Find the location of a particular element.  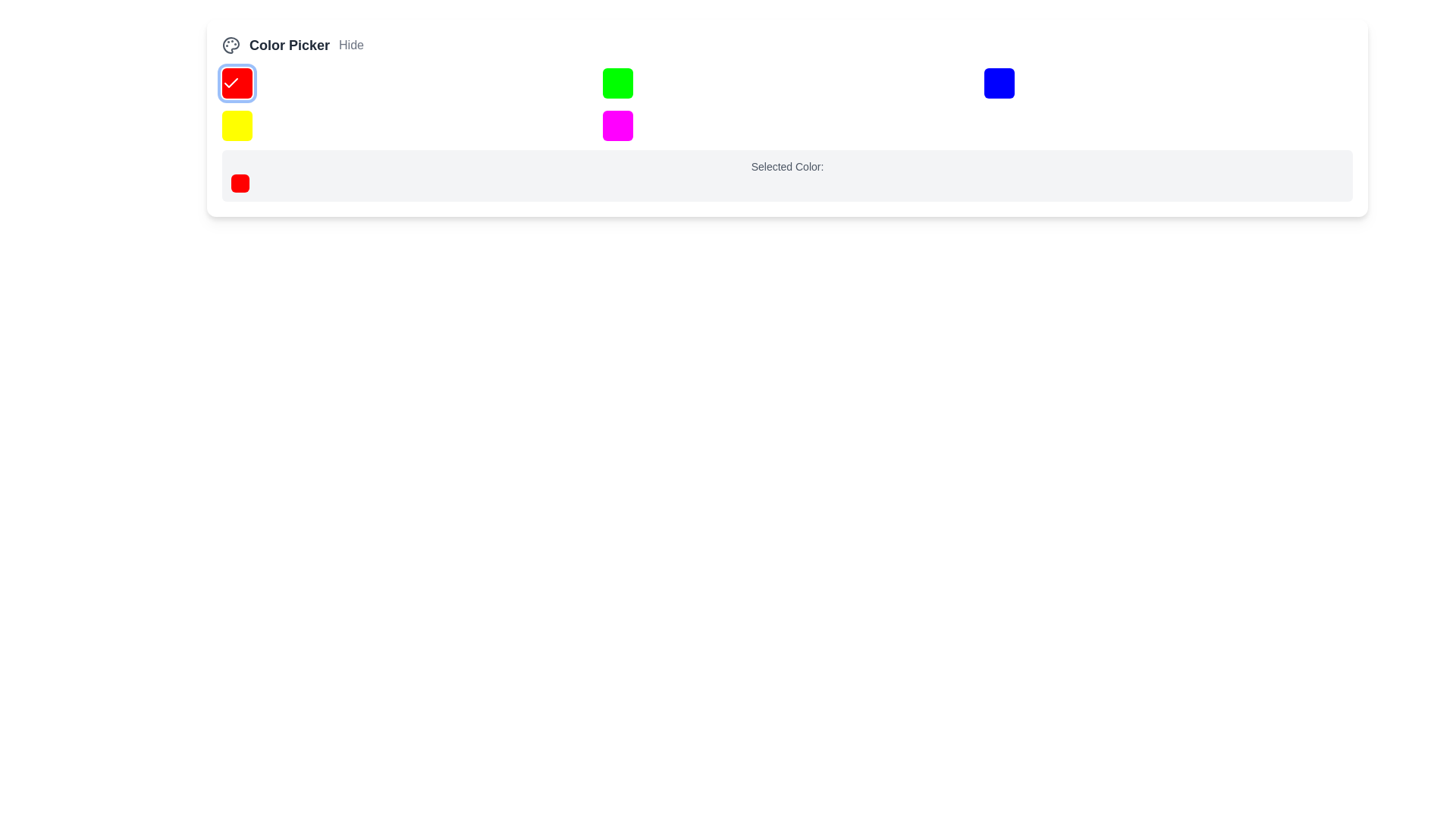

the 'Hide' text label, which is styled in subtle gray and positioned to the right of the 'Color Picker' label, to hide the color picker is located at coordinates (350, 45).